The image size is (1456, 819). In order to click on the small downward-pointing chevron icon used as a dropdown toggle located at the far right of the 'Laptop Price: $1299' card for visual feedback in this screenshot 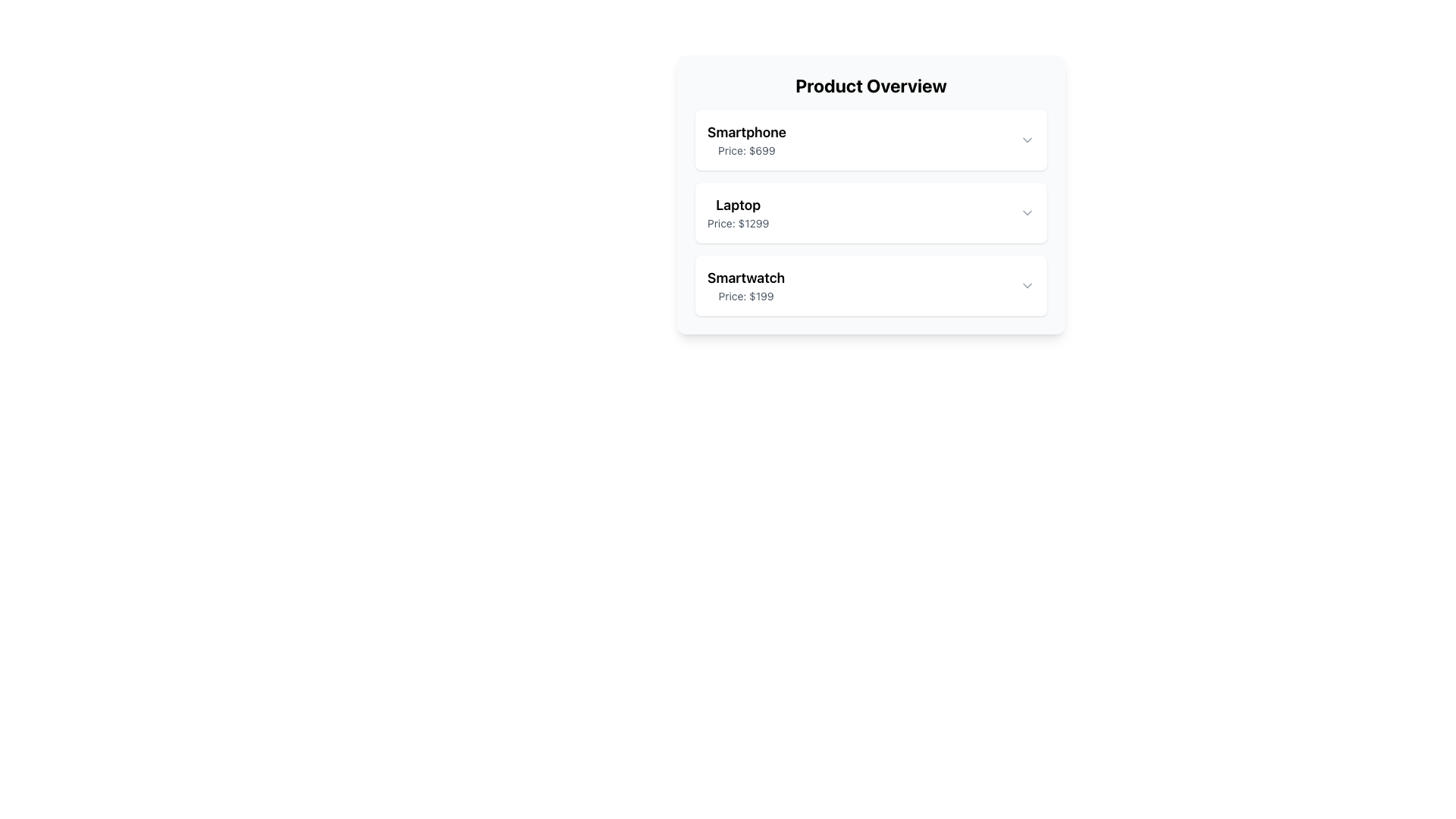, I will do `click(1027, 213)`.